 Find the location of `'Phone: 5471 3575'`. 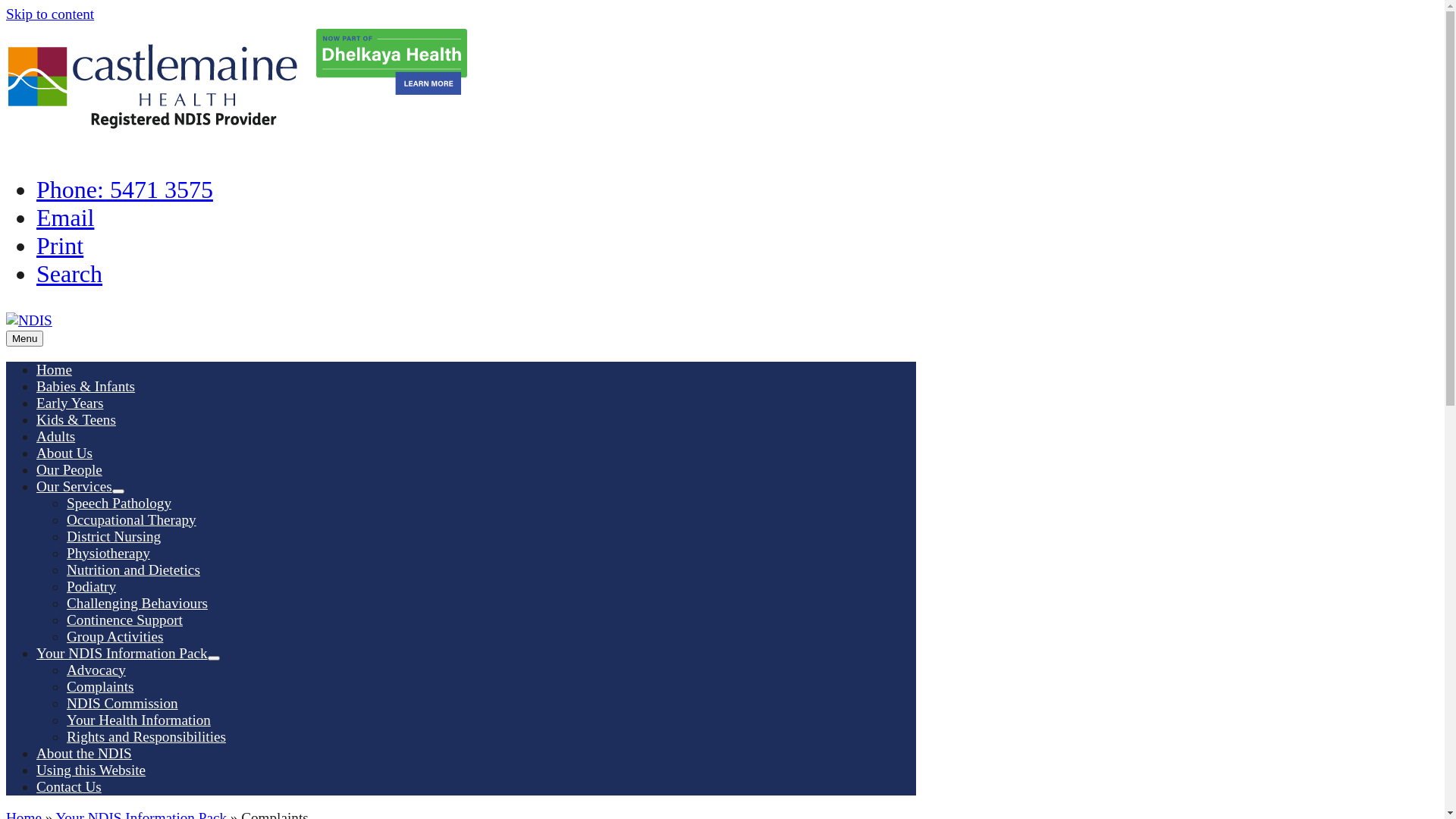

'Phone: 5471 3575' is located at coordinates (124, 189).